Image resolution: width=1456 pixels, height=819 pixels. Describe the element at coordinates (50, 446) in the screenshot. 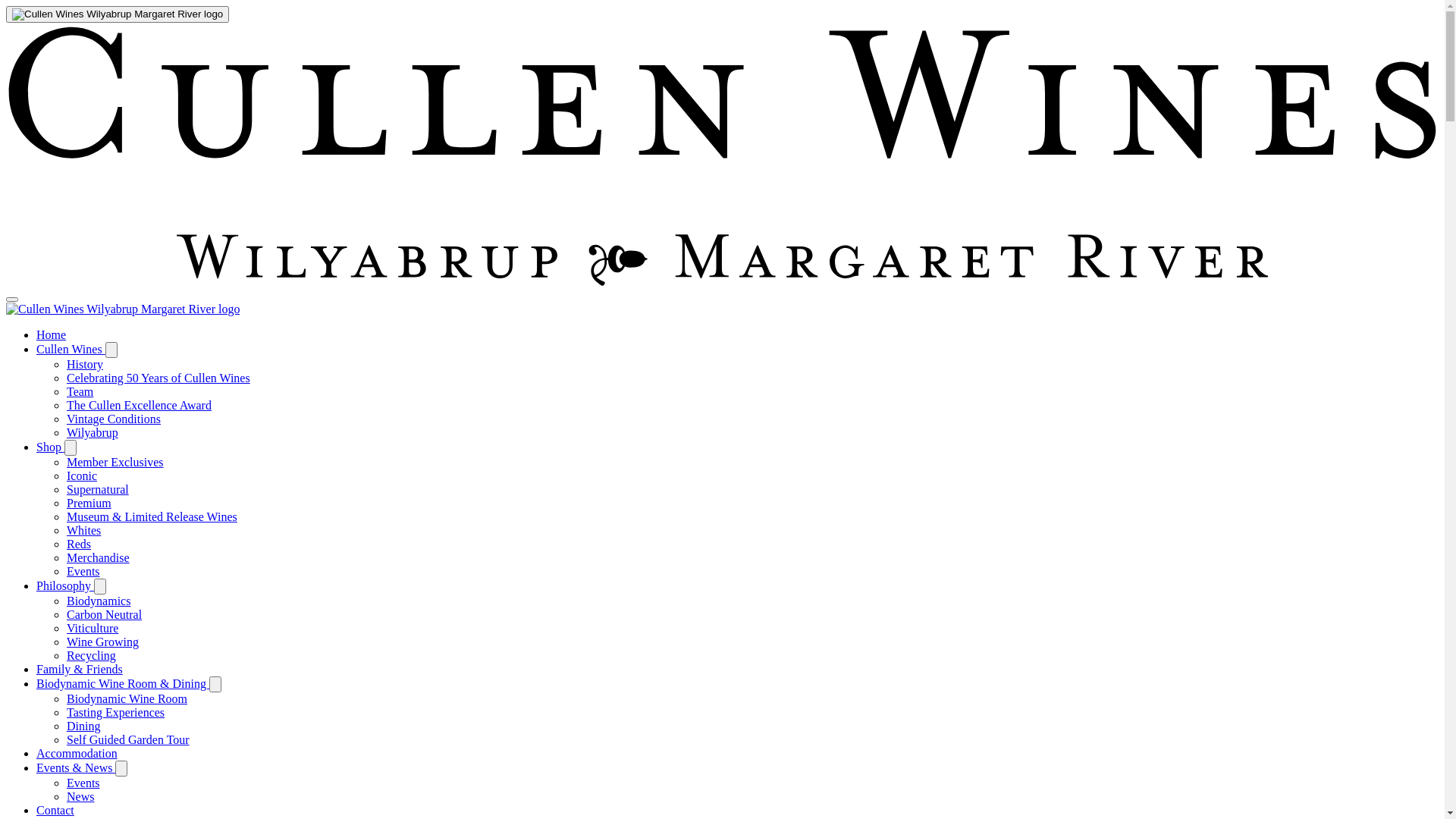

I see `'Shop'` at that location.